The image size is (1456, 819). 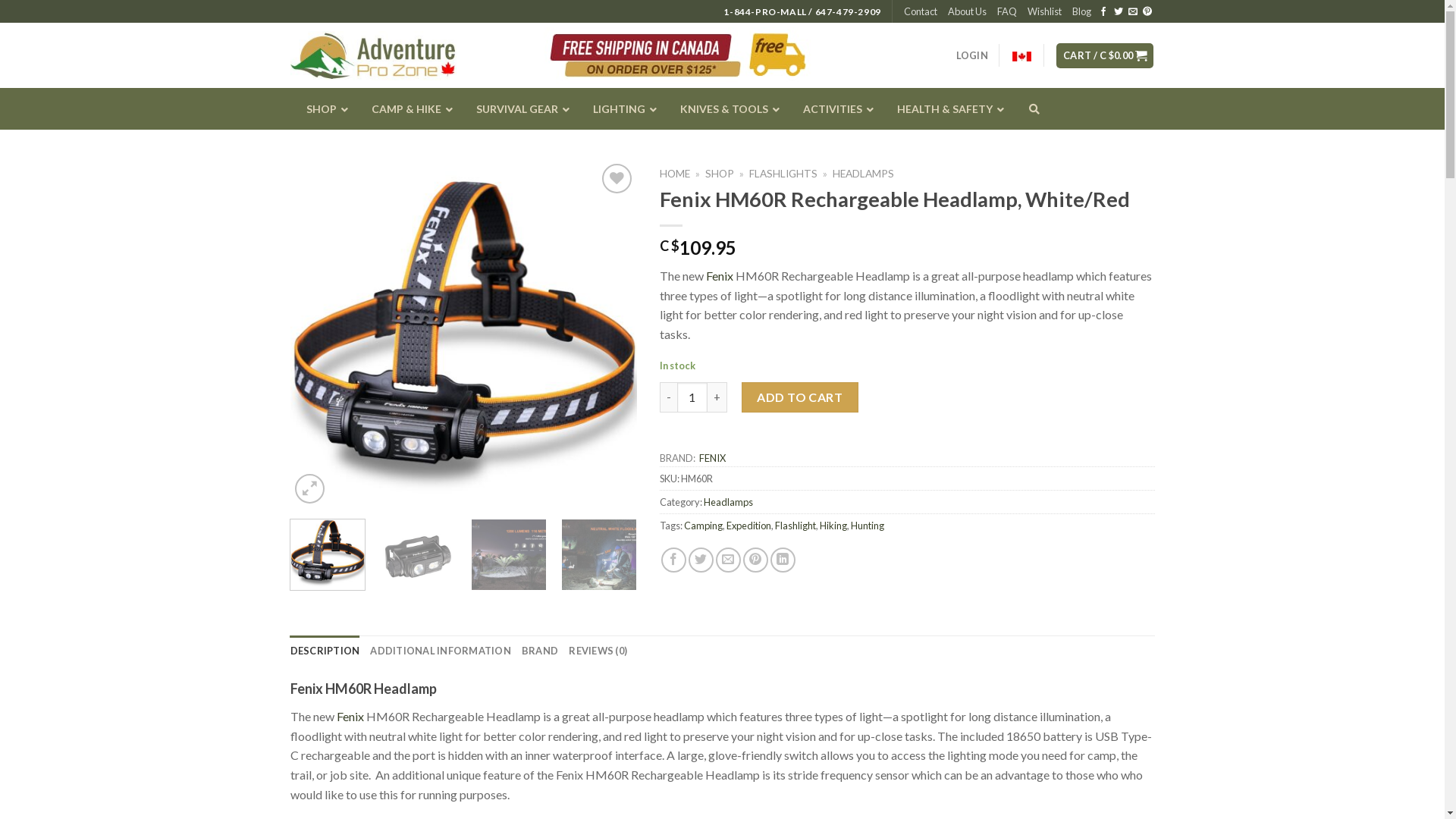 I want to click on 'FLASHLIGHTS', so click(x=783, y=172).